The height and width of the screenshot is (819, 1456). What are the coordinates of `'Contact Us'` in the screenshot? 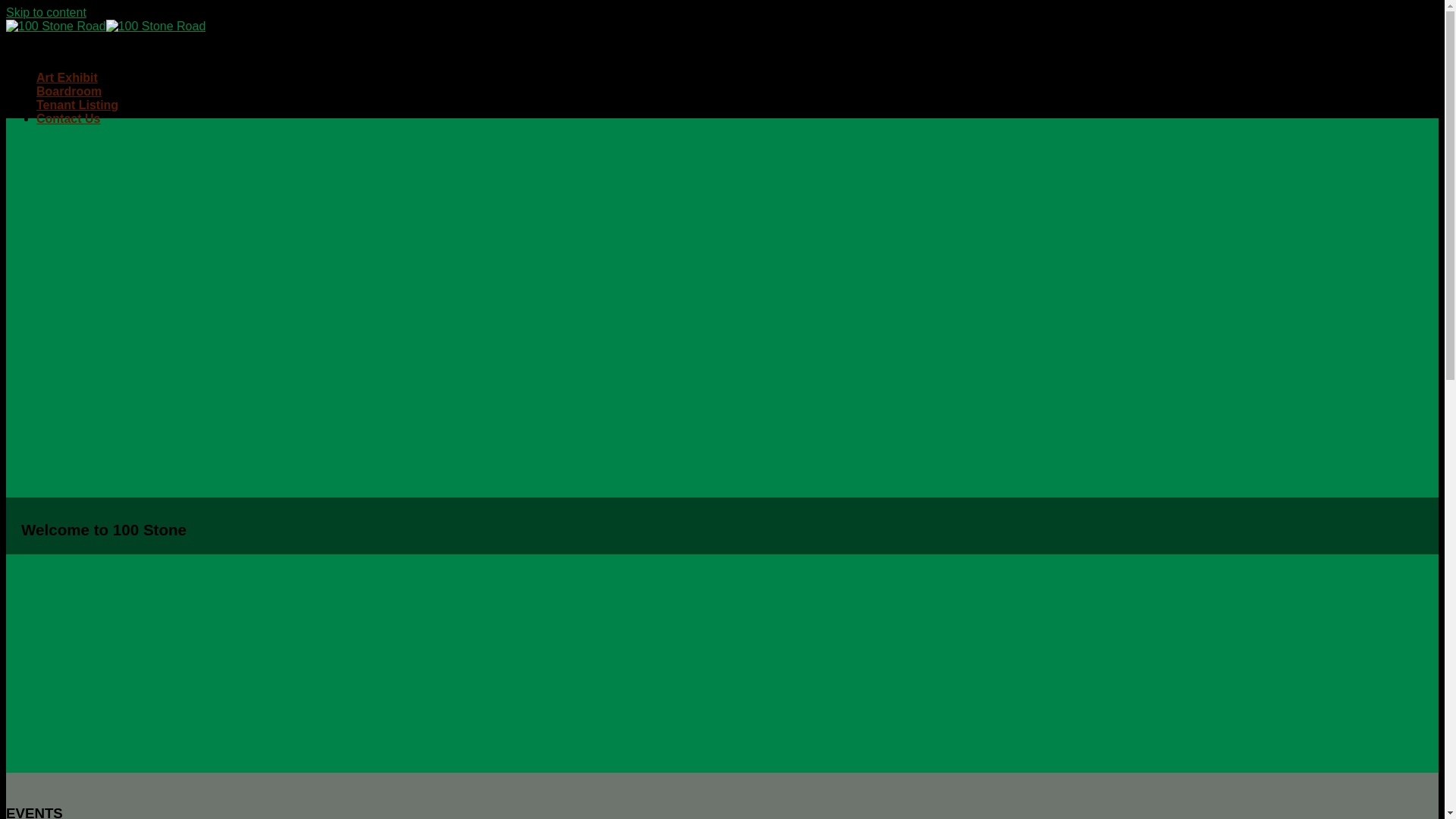 It's located at (67, 118).